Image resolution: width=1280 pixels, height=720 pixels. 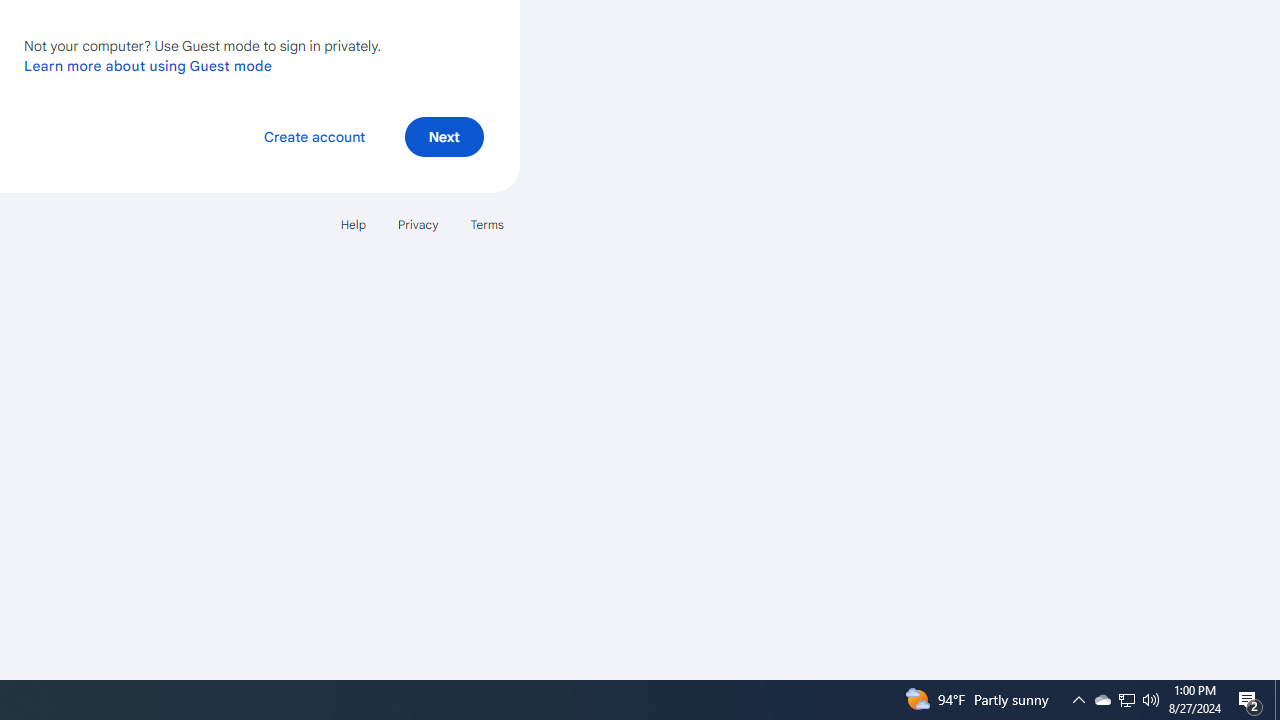 What do you see at coordinates (313, 135) in the screenshot?
I see `'Create account'` at bounding box center [313, 135].